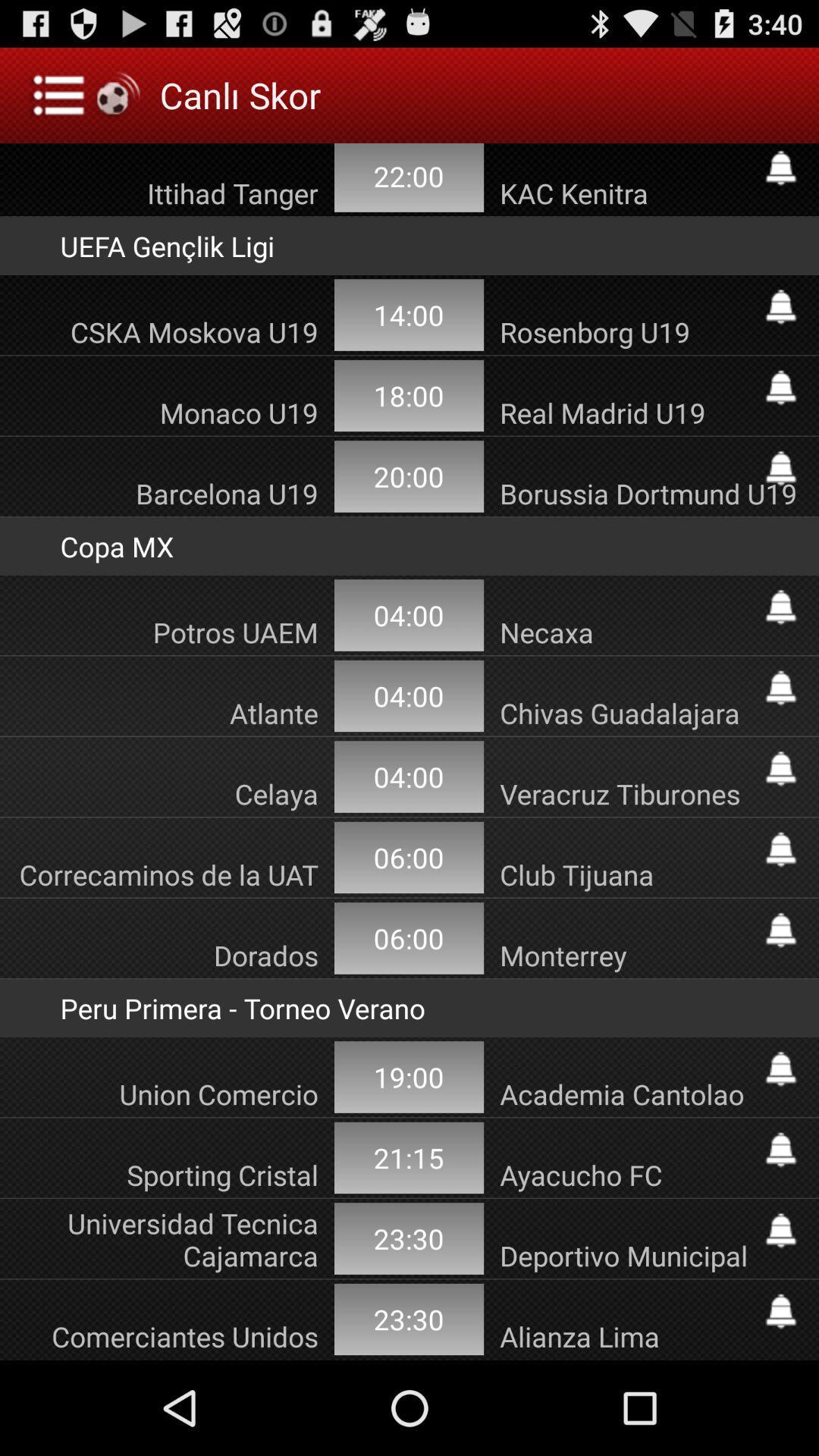  Describe the element at coordinates (780, 1150) in the screenshot. I see `turn on notification` at that location.